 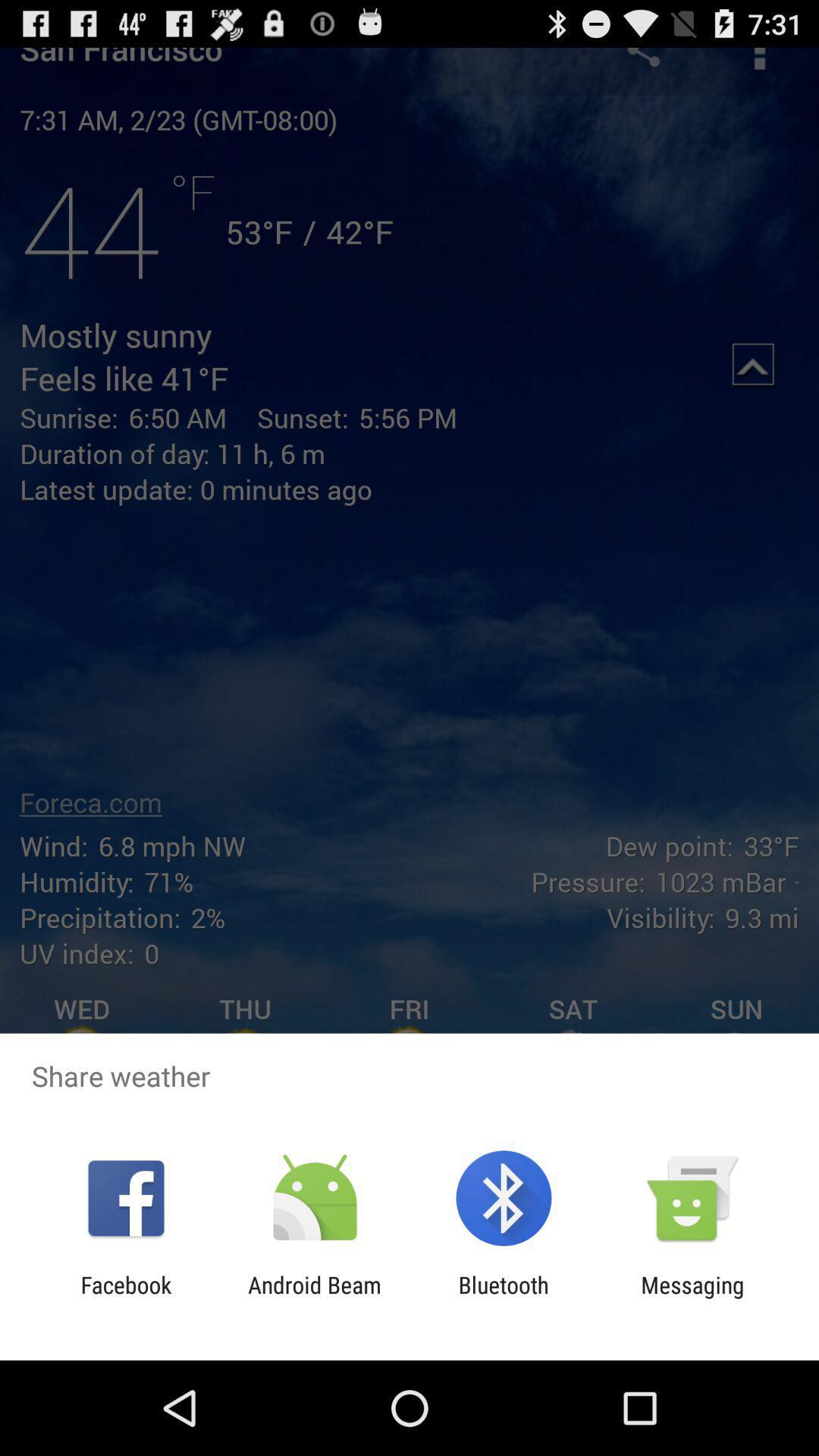 What do you see at coordinates (504, 1298) in the screenshot?
I see `item next to the messaging` at bounding box center [504, 1298].